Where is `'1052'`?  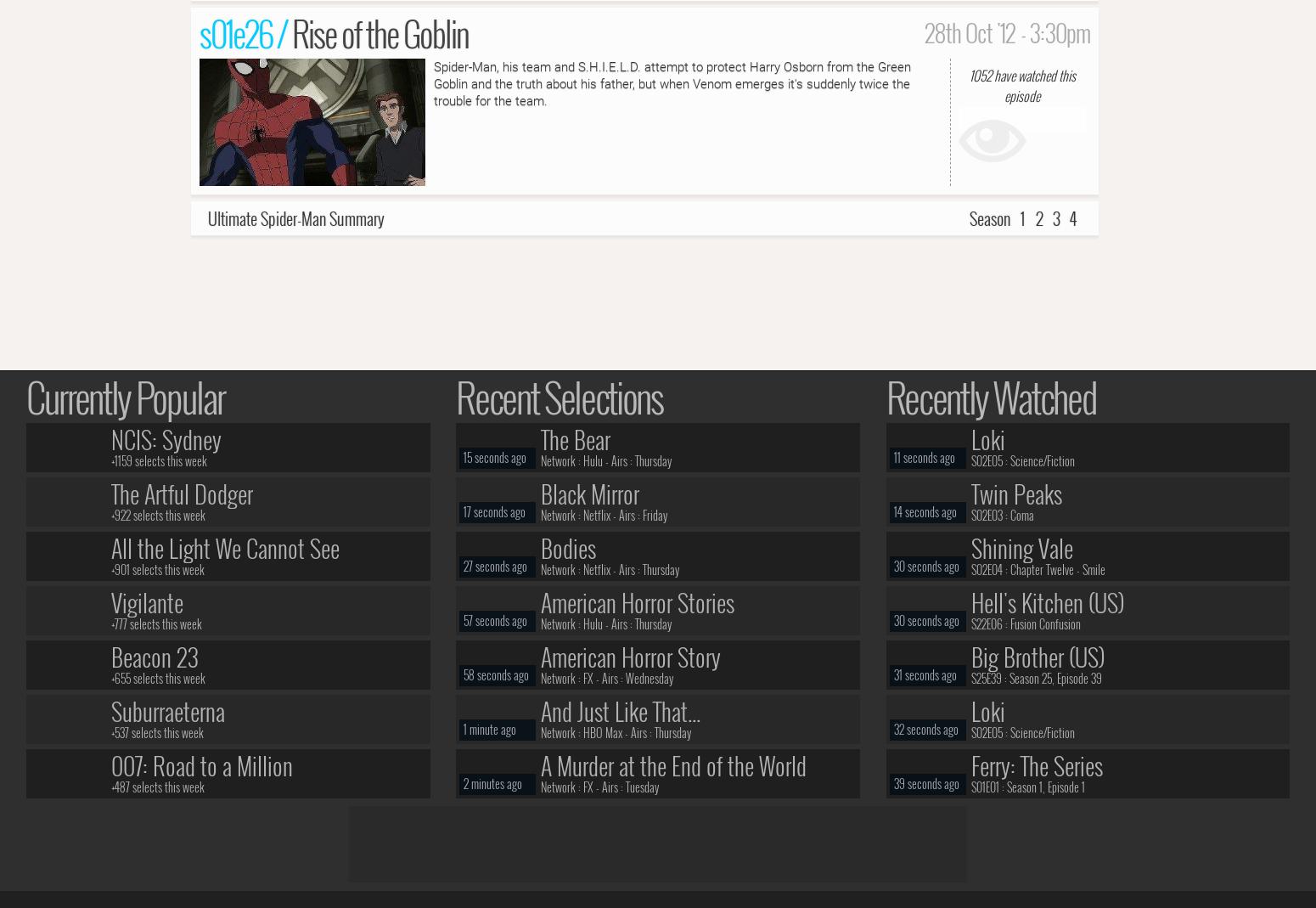 '1052' is located at coordinates (978, 73).